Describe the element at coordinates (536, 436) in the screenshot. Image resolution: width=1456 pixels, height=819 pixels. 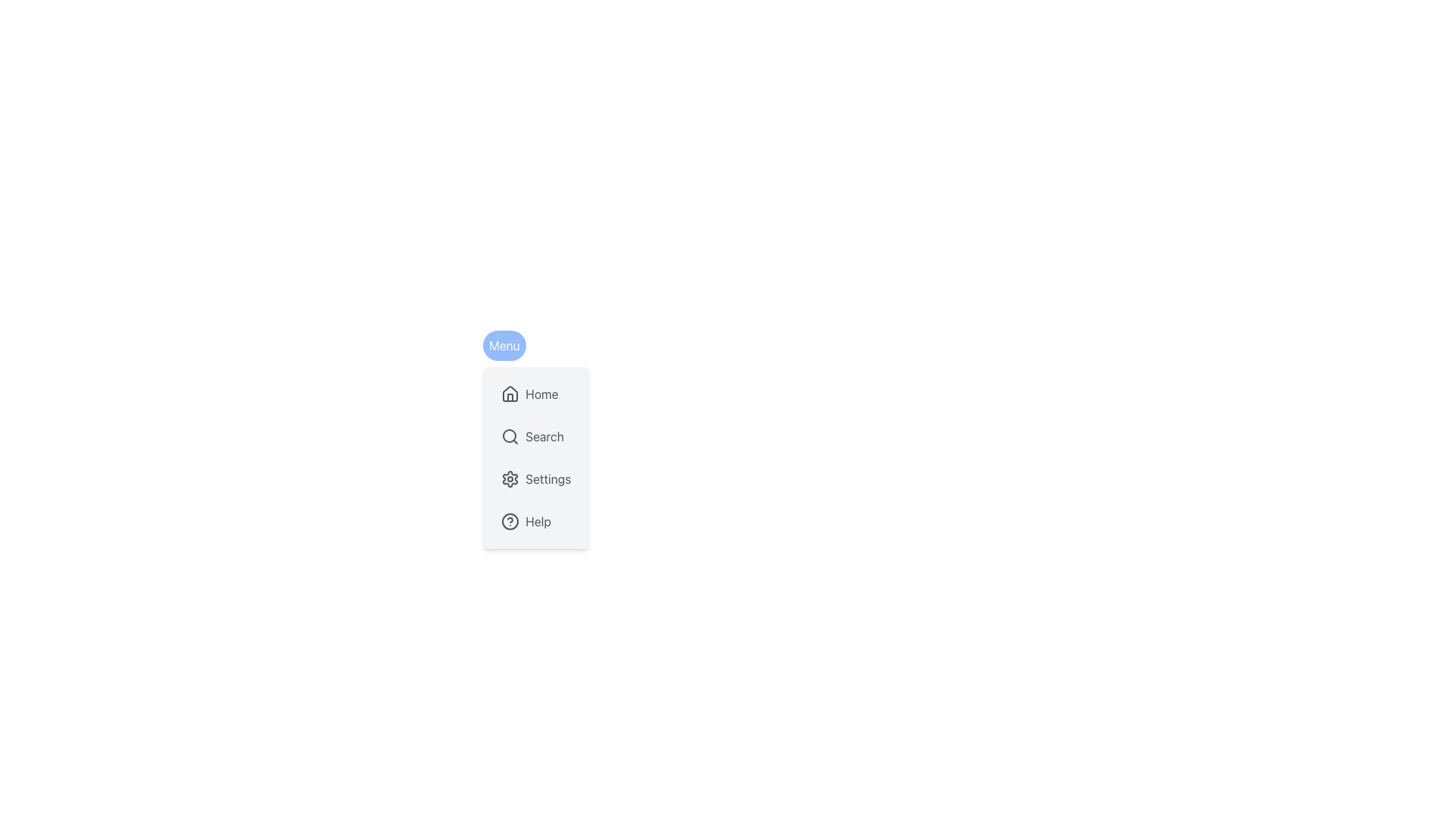
I see `the search button located between the 'Home' button and the 'Settings' button` at that location.